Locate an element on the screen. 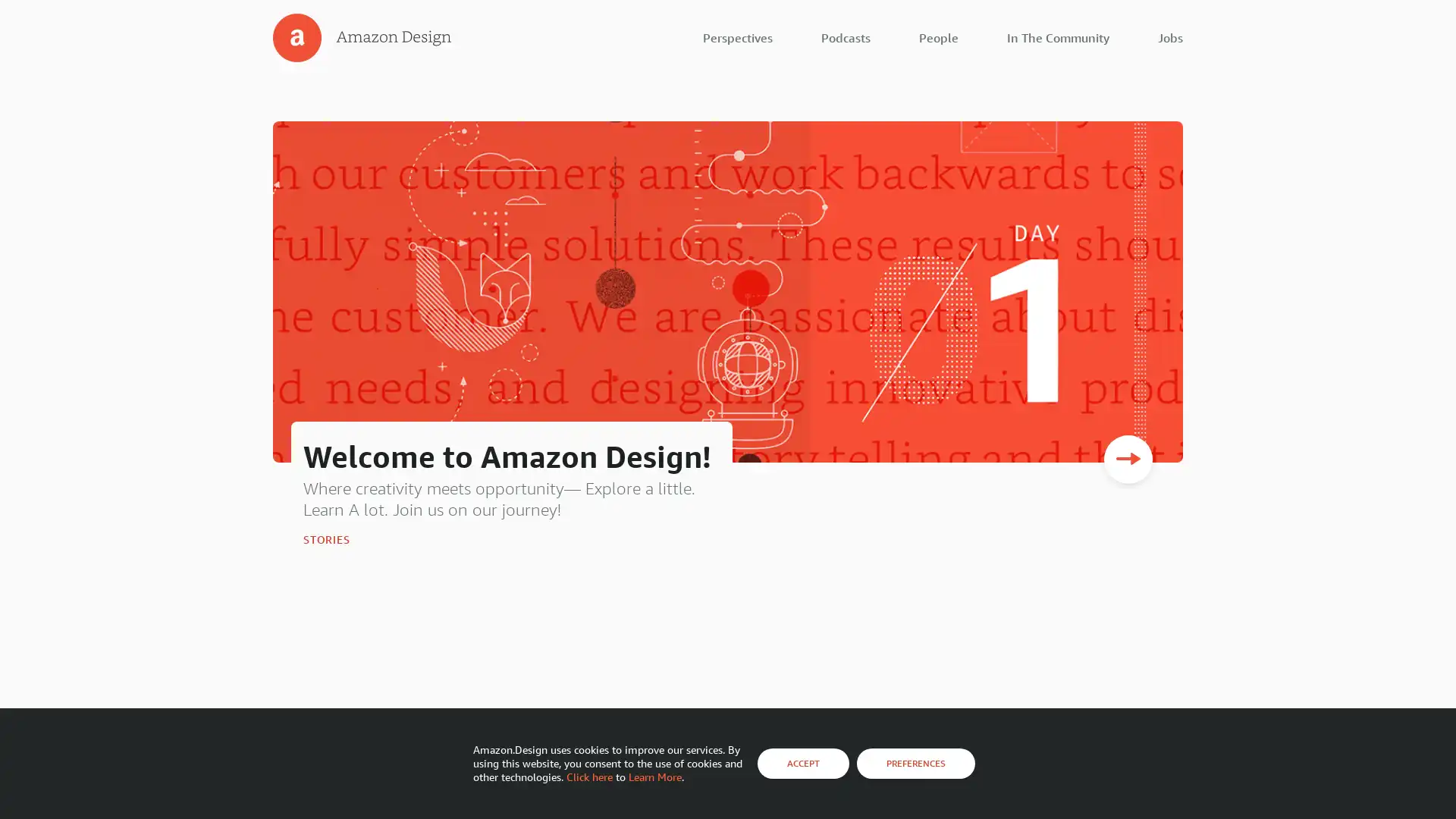 The height and width of the screenshot is (819, 1456). PREFERENCES is located at coordinates (915, 763).